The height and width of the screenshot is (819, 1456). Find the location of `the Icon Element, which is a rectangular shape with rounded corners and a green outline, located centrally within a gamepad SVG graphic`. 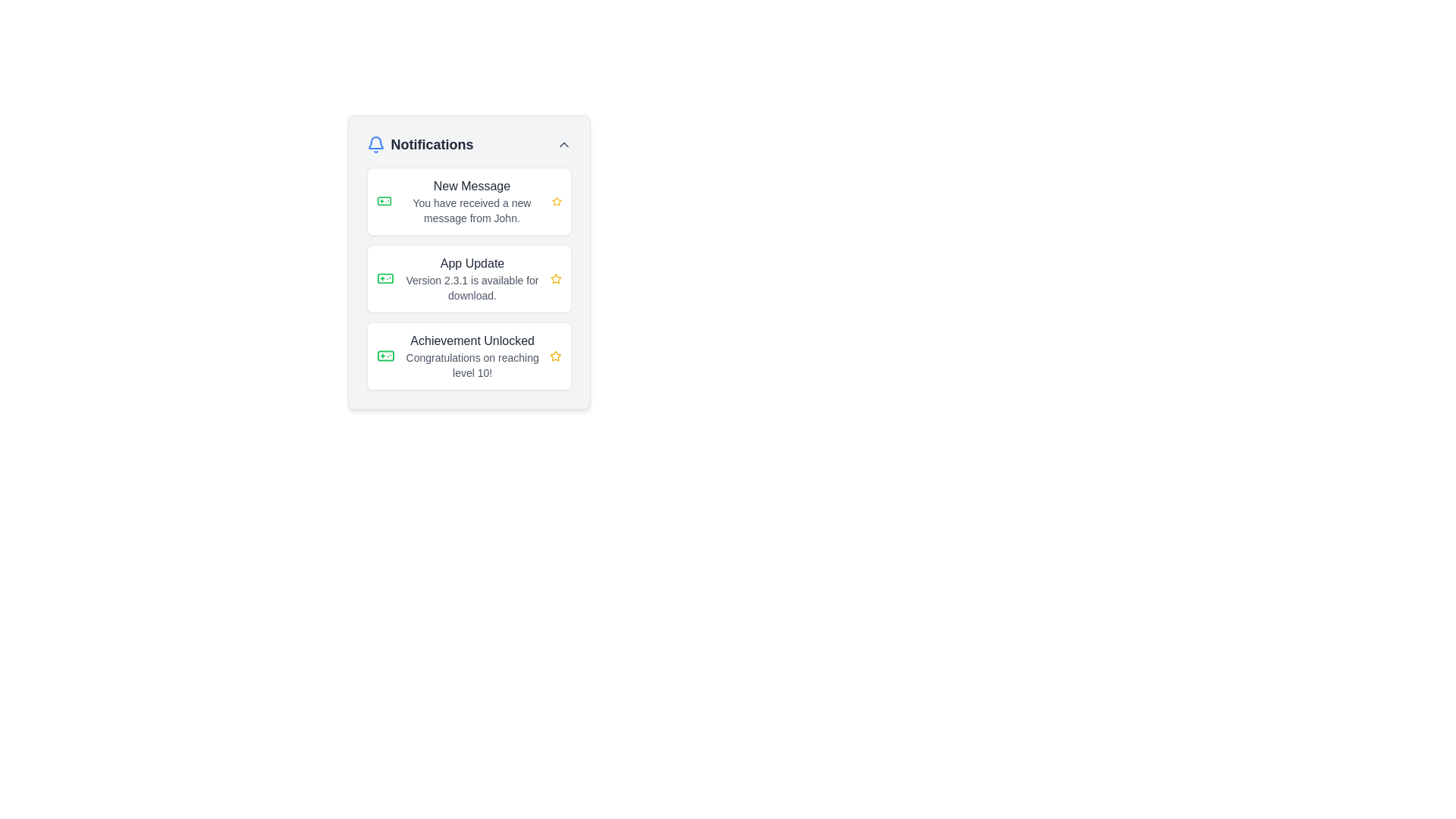

the Icon Element, which is a rectangular shape with rounded corners and a green outline, located centrally within a gamepad SVG graphic is located at coordinates (384, 201).